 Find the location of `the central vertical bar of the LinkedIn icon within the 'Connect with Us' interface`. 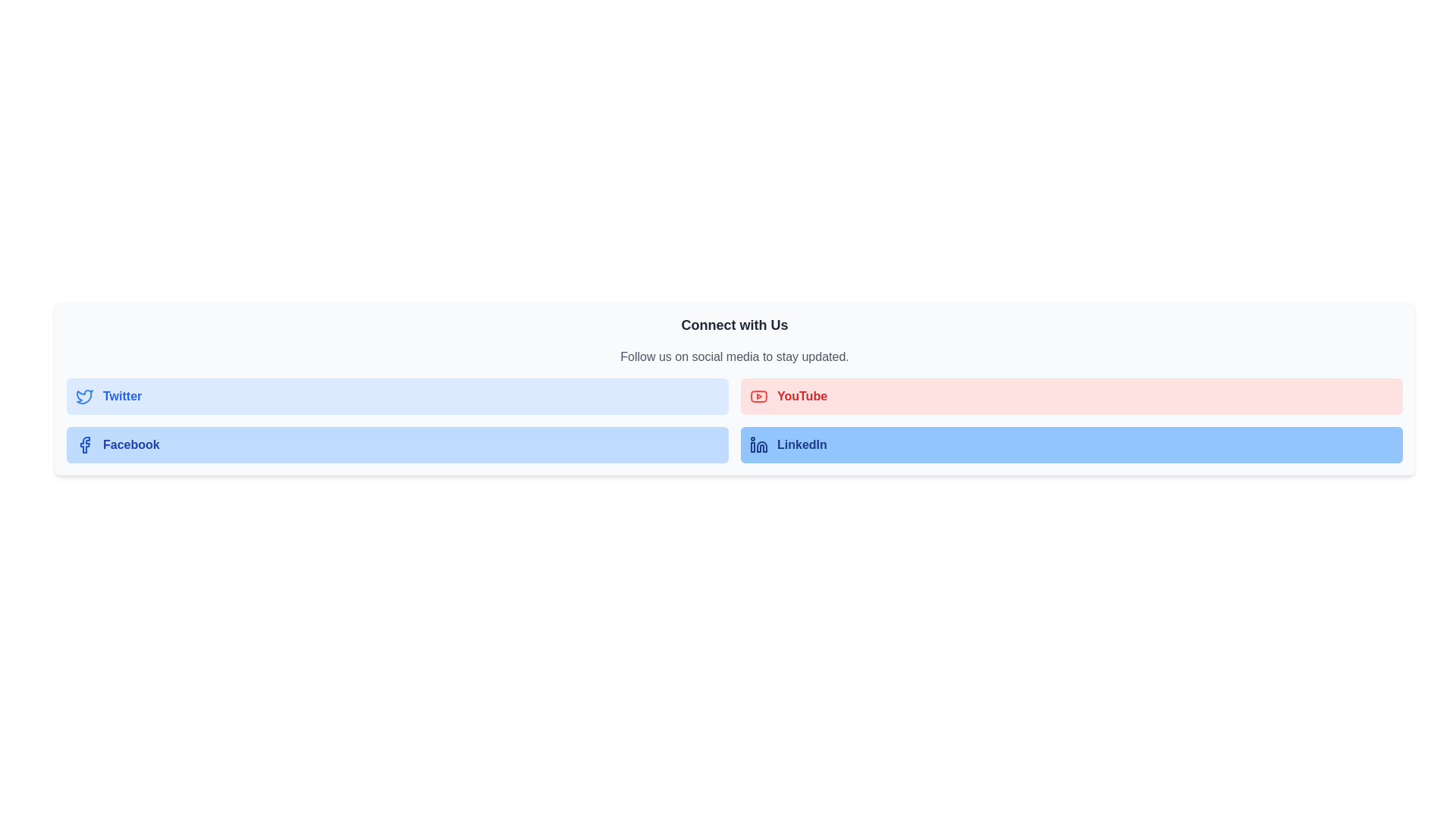

the central vertical bar of the LinkedIn icon within the 'Connect with Us' interface is located at coordinates (753, 447).